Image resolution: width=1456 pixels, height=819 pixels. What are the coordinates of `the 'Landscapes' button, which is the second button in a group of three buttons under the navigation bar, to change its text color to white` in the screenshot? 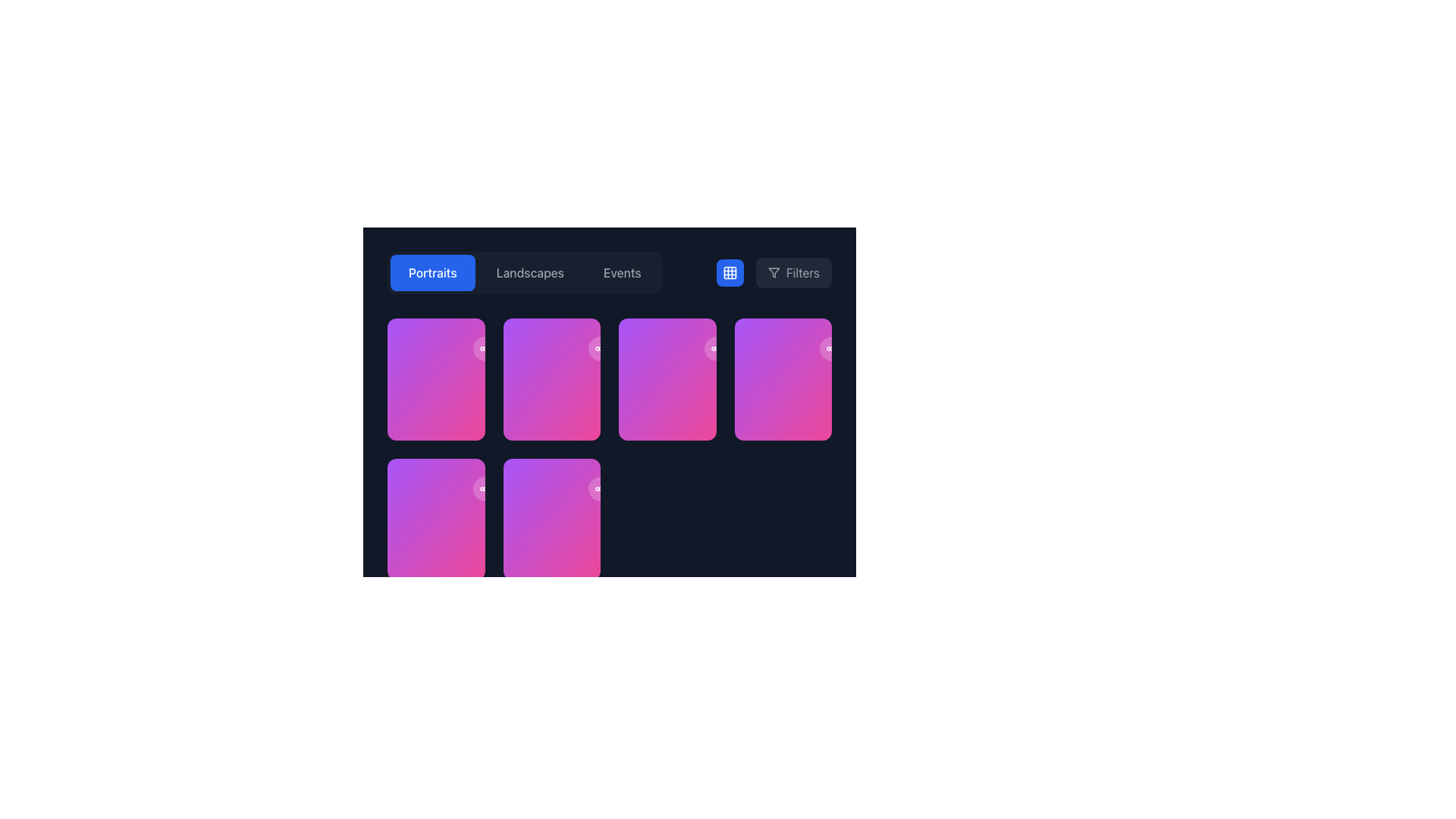 It's located at (530, 271).